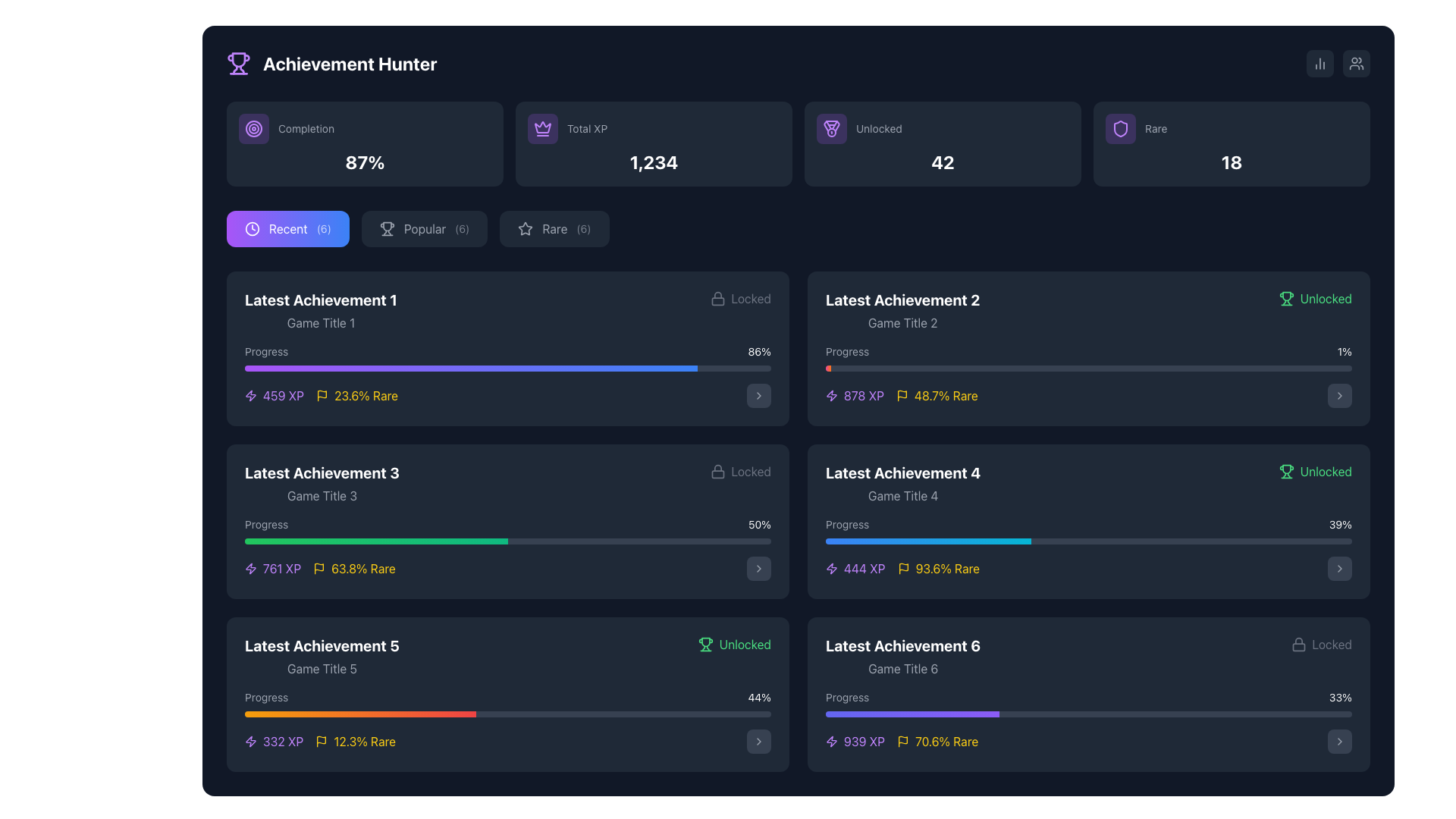 The width and height of the screenshot is (1456, 819). What do you see at coordinates (1314, 298) in the screenshot?
I see `the status of the achievement indicated by the label with an icon in the top-right corner of the 'Latest Achievement 2' panel` at bounding box center [1314, 298].